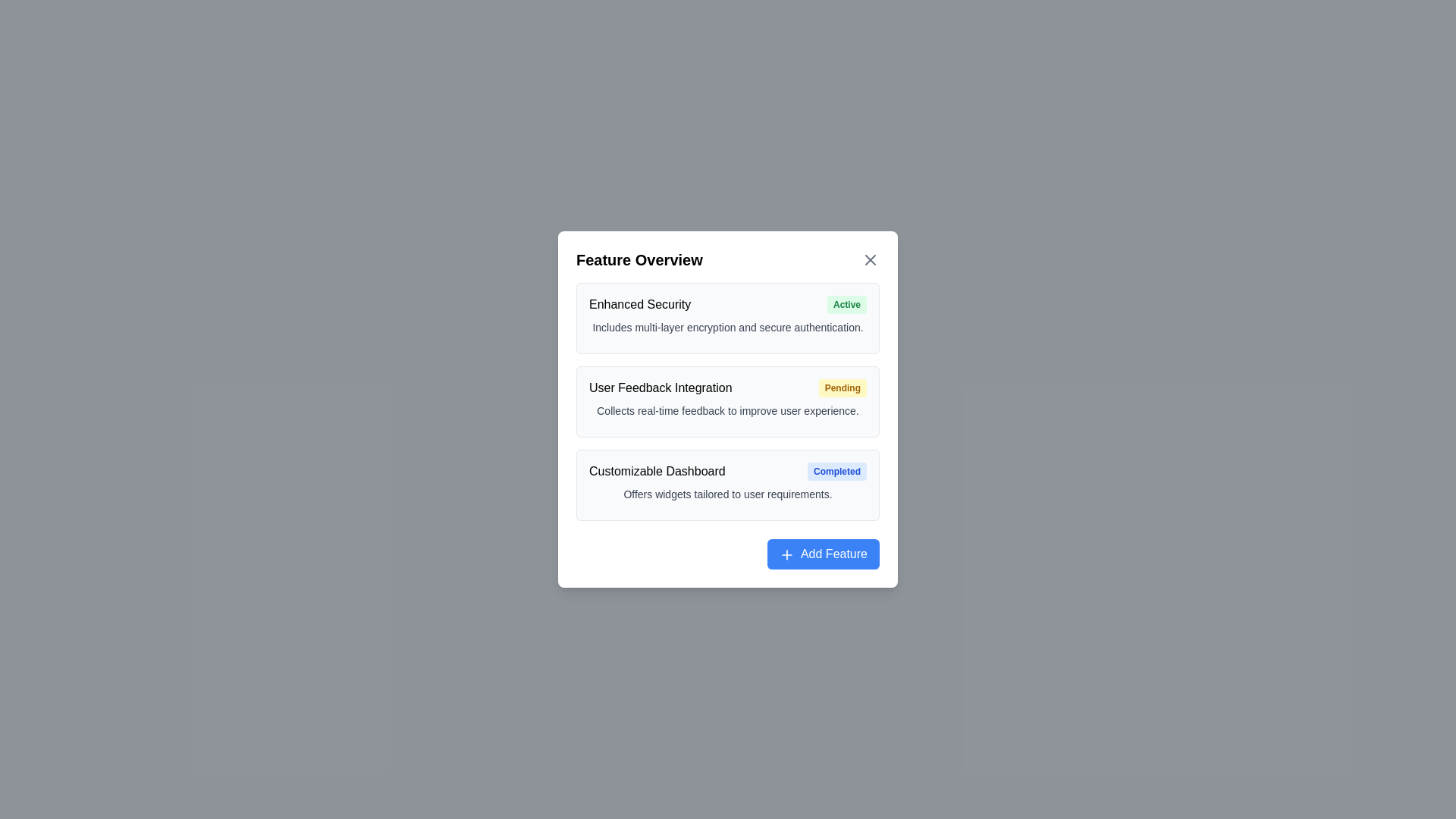  What do you see at coordinates (823, 554) in the screenshot?
I see `the rectangular button with a blue background and white text 'Add Feature'` at bounding box center [823, 554].